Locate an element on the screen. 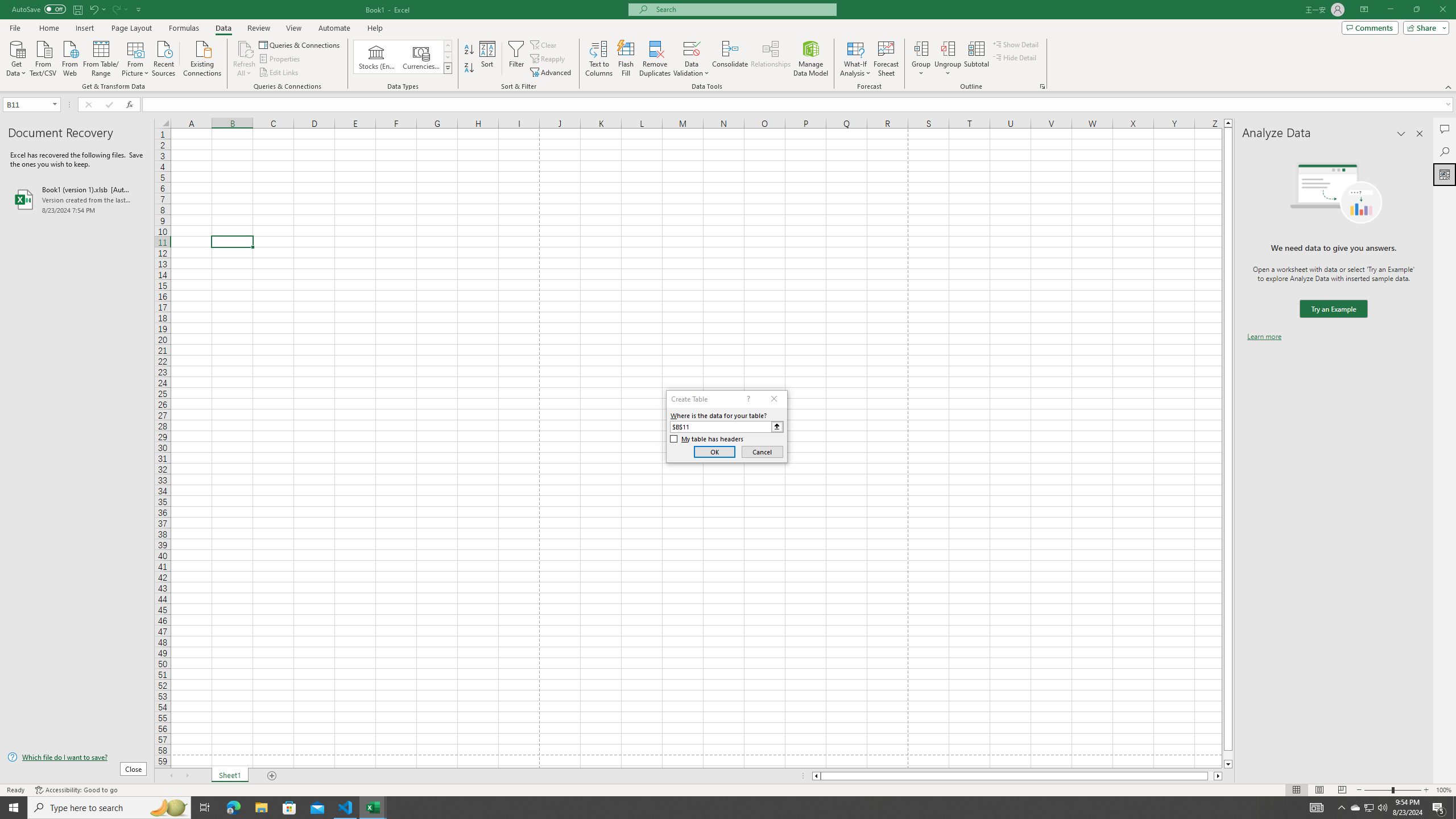 This screenshot has width=1456, height=819. 'Page Break Preview' is located at coordinates (1342, 790).